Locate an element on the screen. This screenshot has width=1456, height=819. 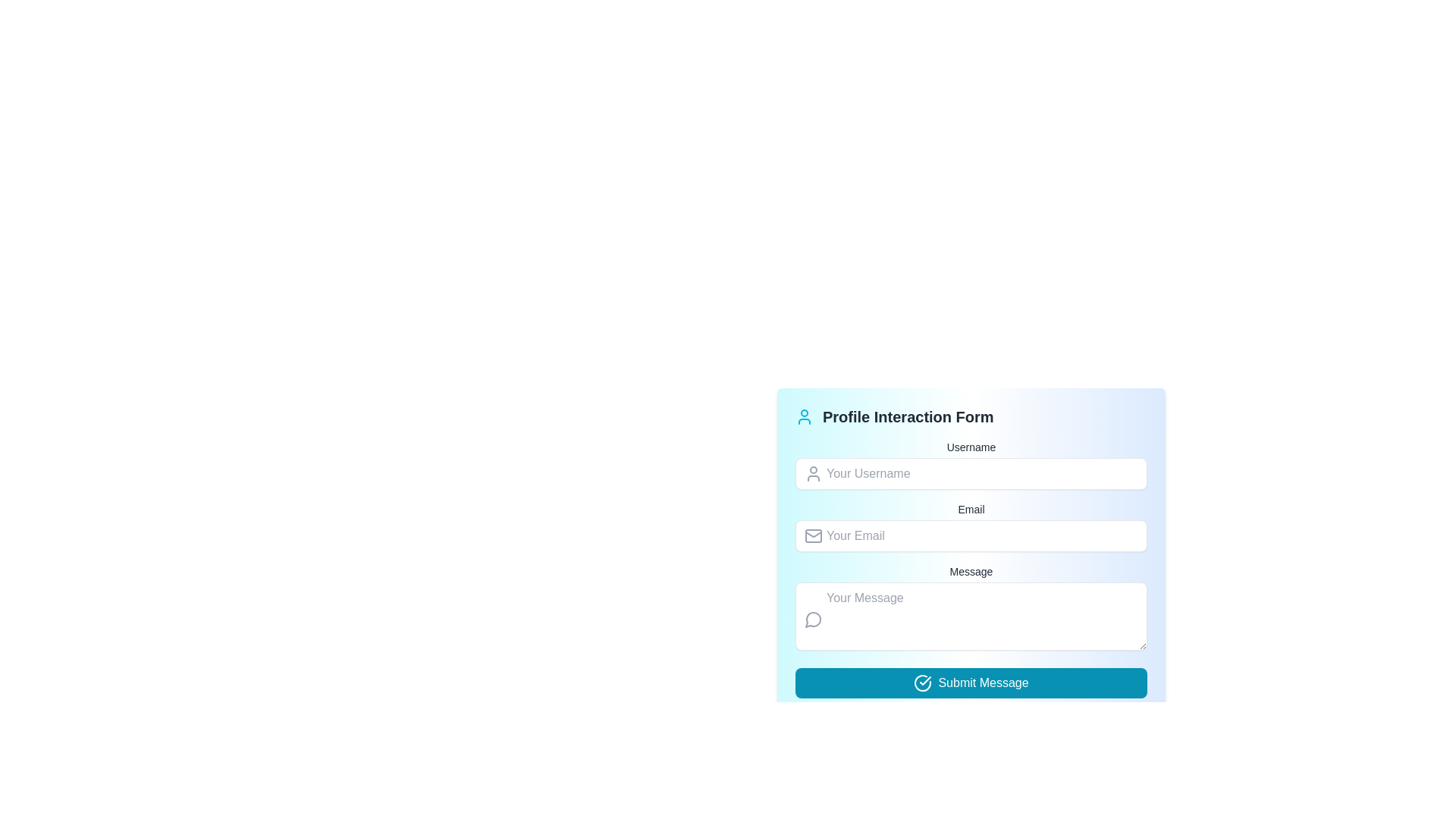
the vector graphical element that represents the flap of the envelope icon associated with the 'Email' input field is located at coordinates (813, 533).